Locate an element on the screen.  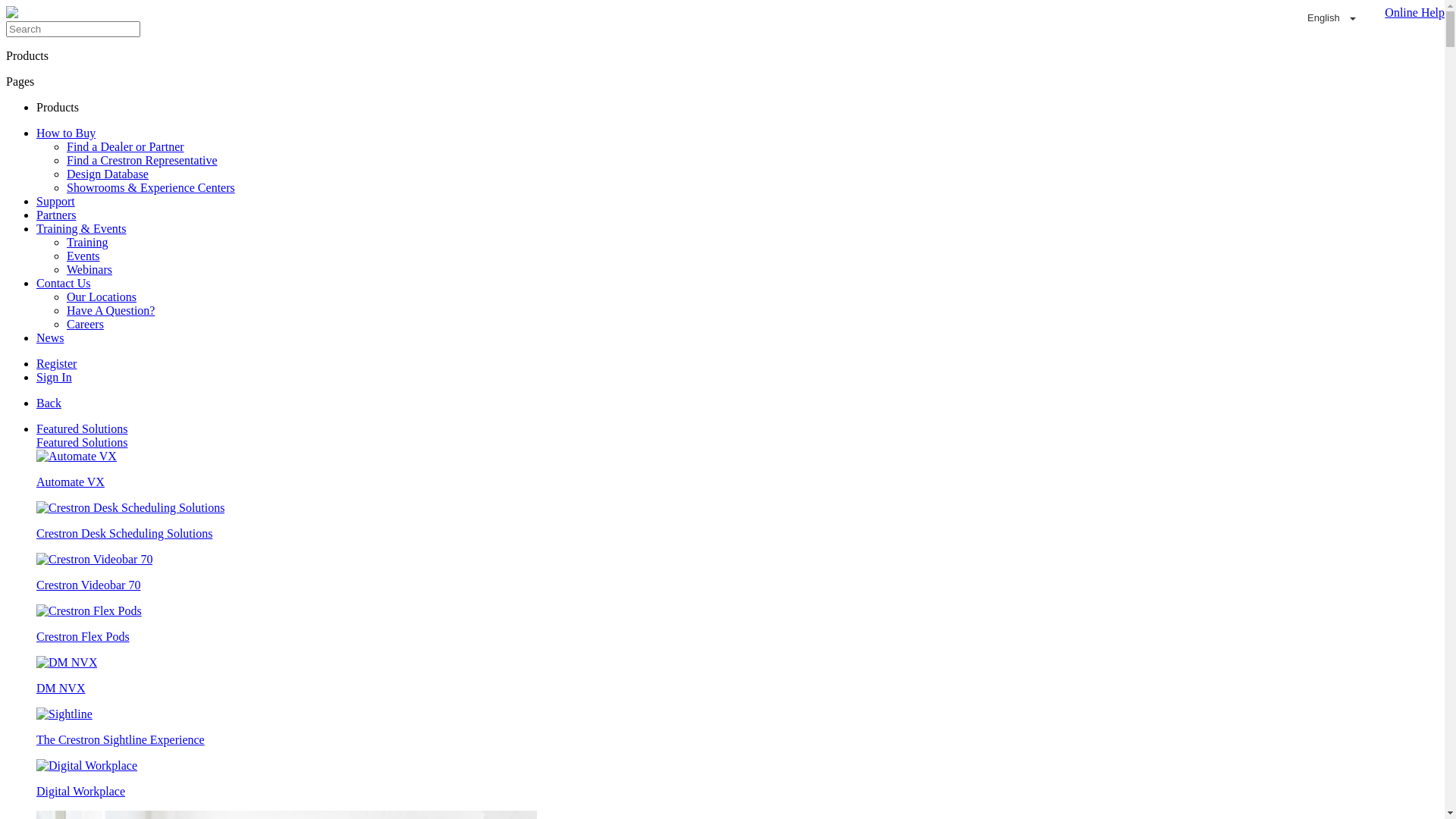
'News' is located at coordinates (50, 337).